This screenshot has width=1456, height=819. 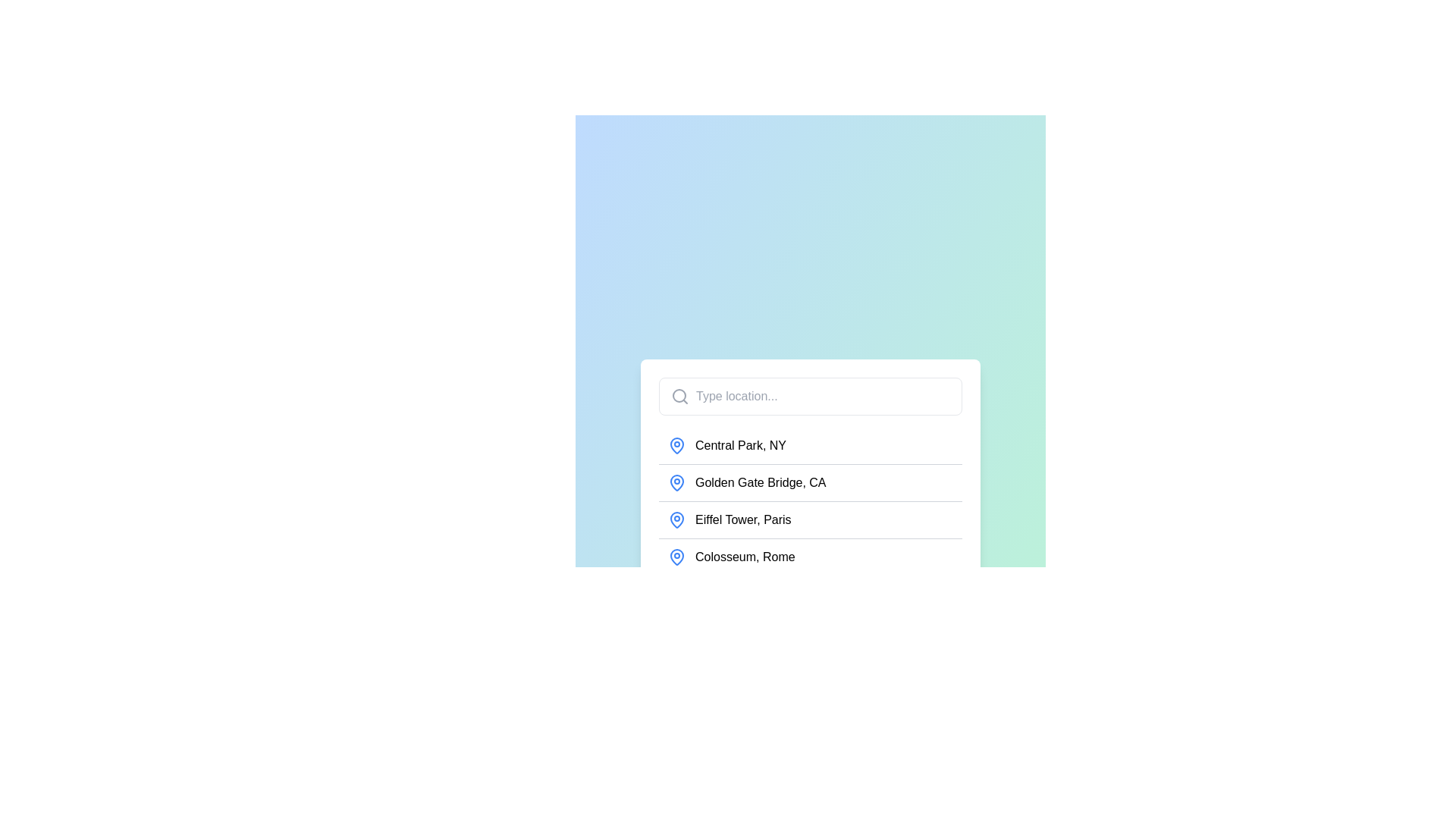 What do you see at coordinates (810, 523) in the screenshot?
I see `the list item labeled 'Eiffel Tower, Paris'` at bounding box center [810, 523].